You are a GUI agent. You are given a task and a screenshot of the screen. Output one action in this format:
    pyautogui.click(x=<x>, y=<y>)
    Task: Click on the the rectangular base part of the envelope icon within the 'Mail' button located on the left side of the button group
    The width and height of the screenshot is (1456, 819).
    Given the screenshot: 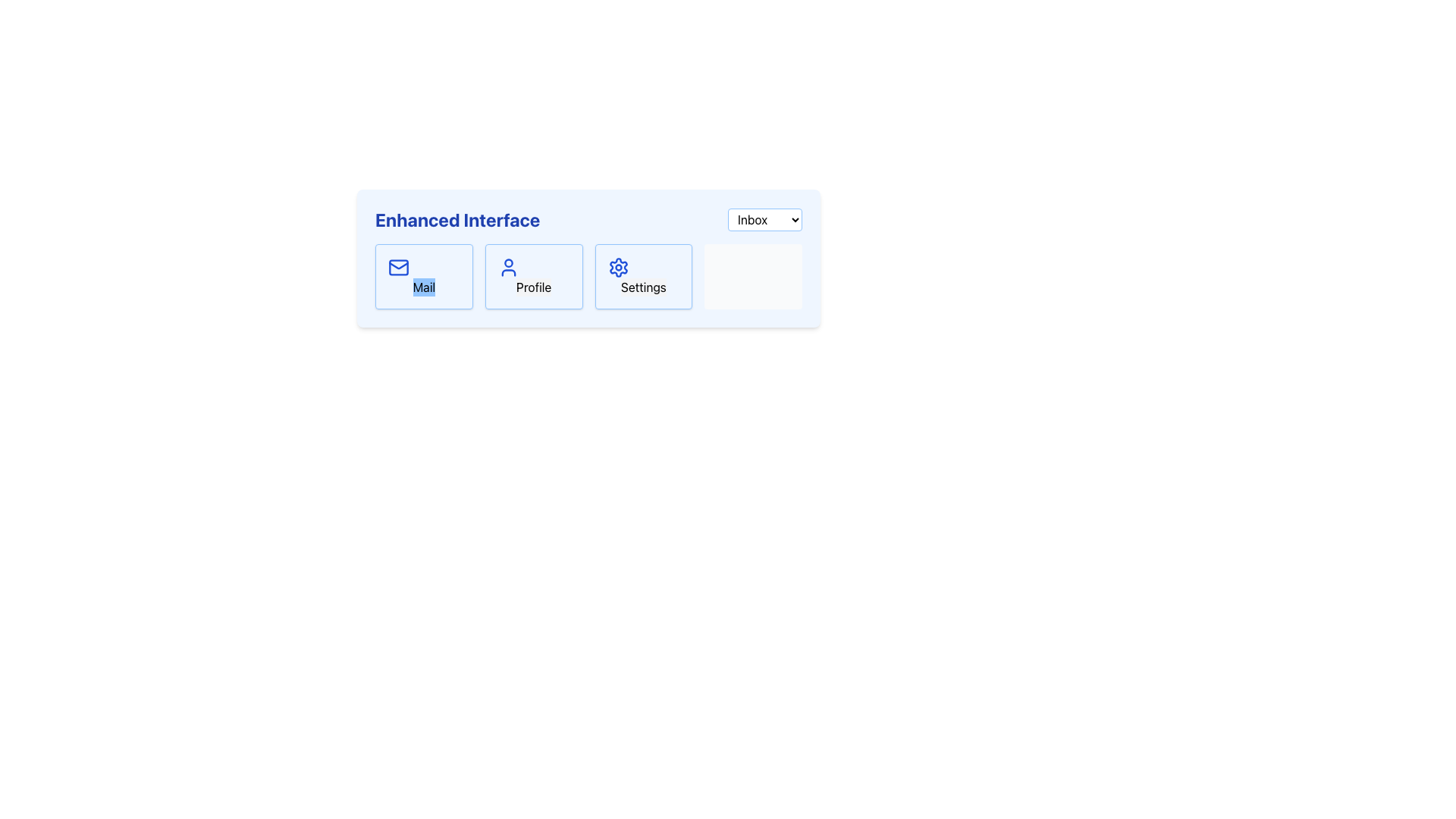 What is the action you would take?
    pyautogui.click(x=399, y=267)
    